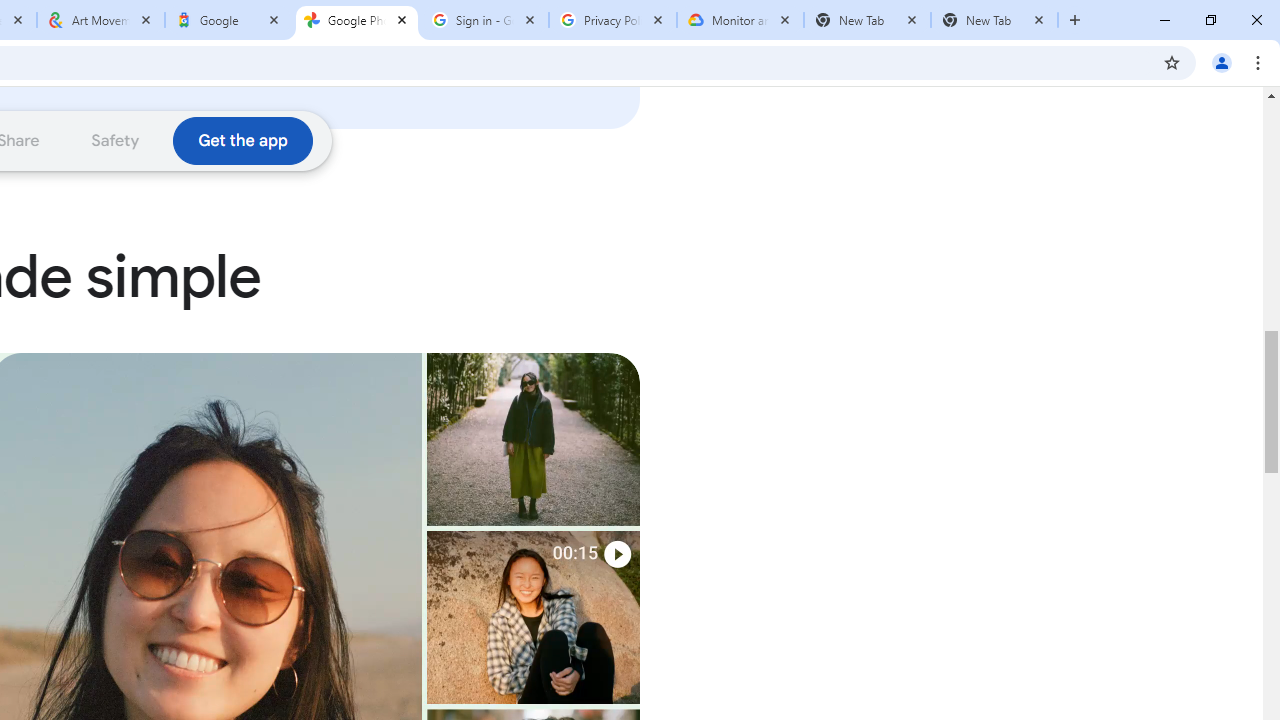 The image size is (1280, 720). Describe the element at coordinates (994, 20) in the screenshot. I see `'New Tab'` at that location.